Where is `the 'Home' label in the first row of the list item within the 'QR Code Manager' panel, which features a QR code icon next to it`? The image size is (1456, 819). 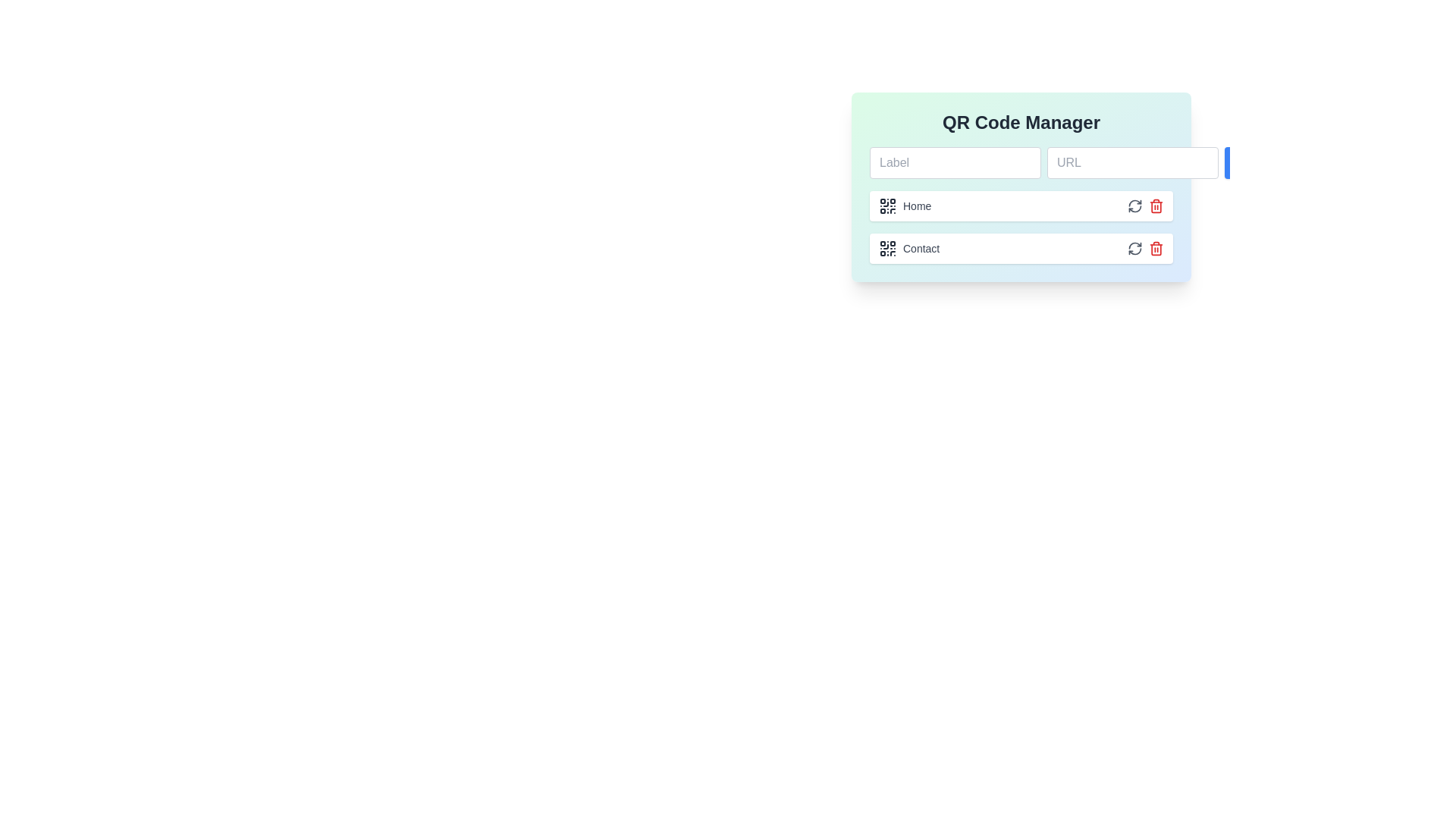 the 'Home' label in the first row of the list item within the 'QR Code Manager' panel, which features a QR code icon next to it is located at coordinates (905, 206).